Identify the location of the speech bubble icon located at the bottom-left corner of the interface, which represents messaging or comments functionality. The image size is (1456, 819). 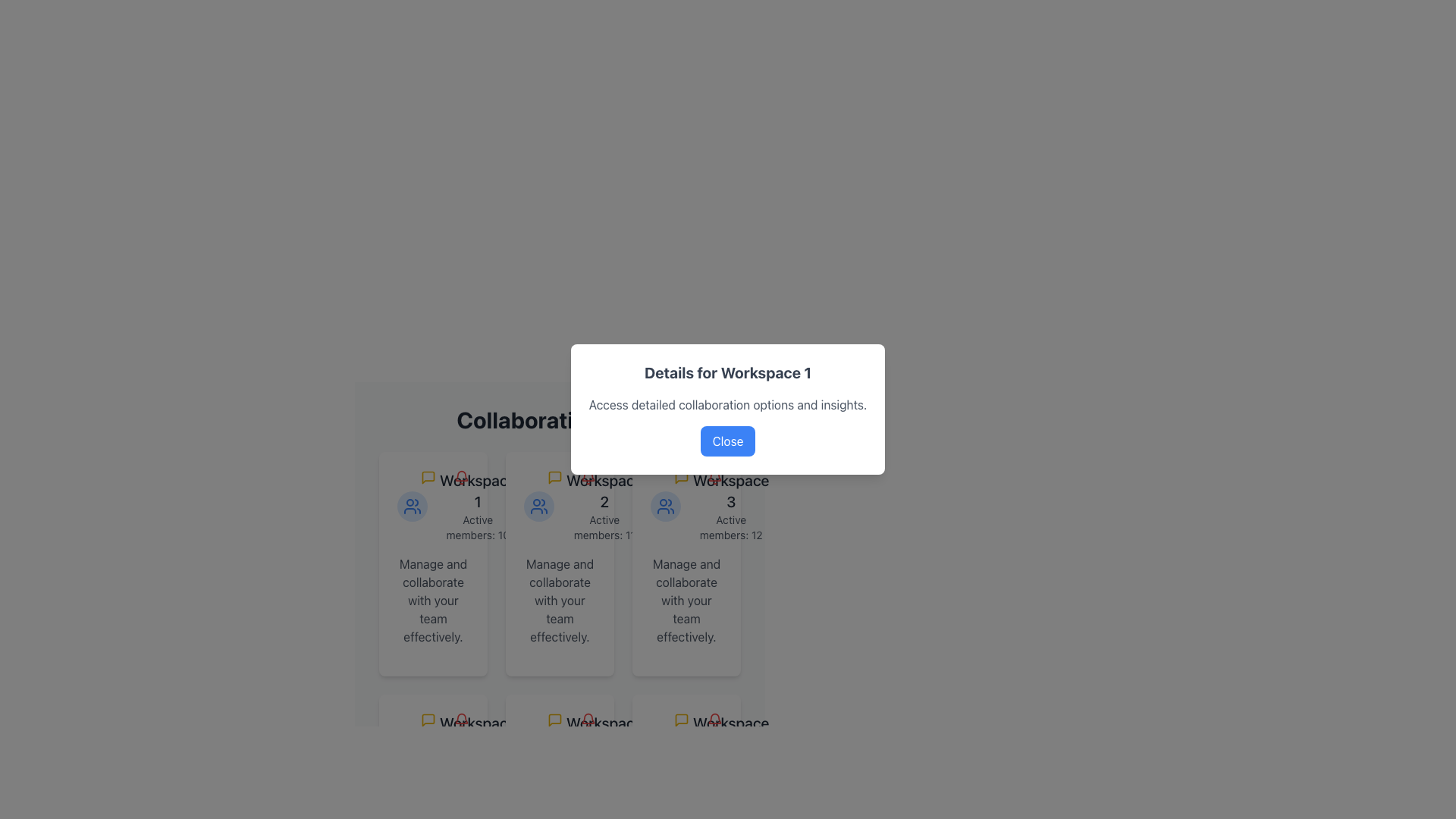
(428, 719).